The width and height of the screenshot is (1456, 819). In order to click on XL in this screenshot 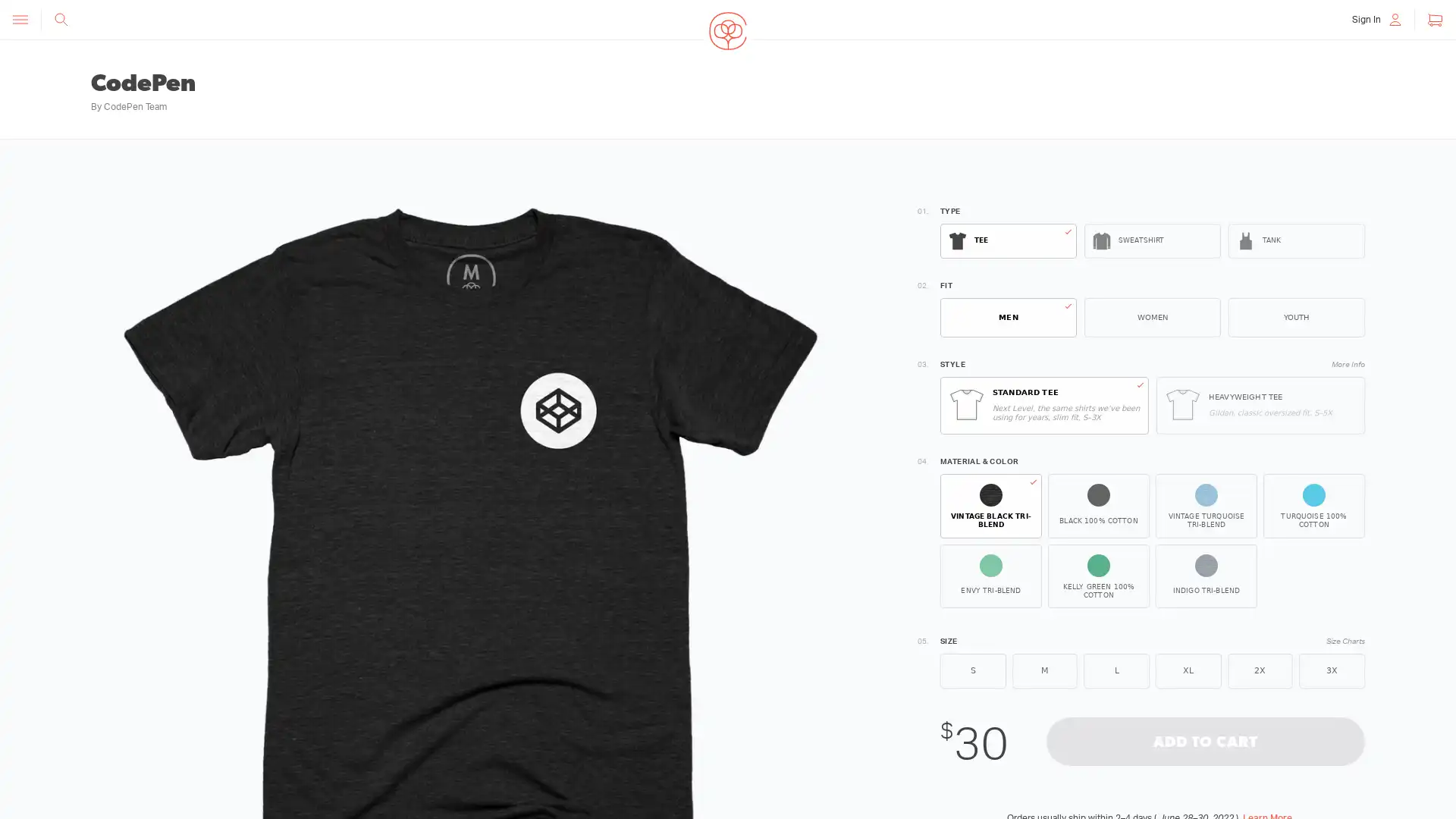, I will do `click(1187, 670)`.